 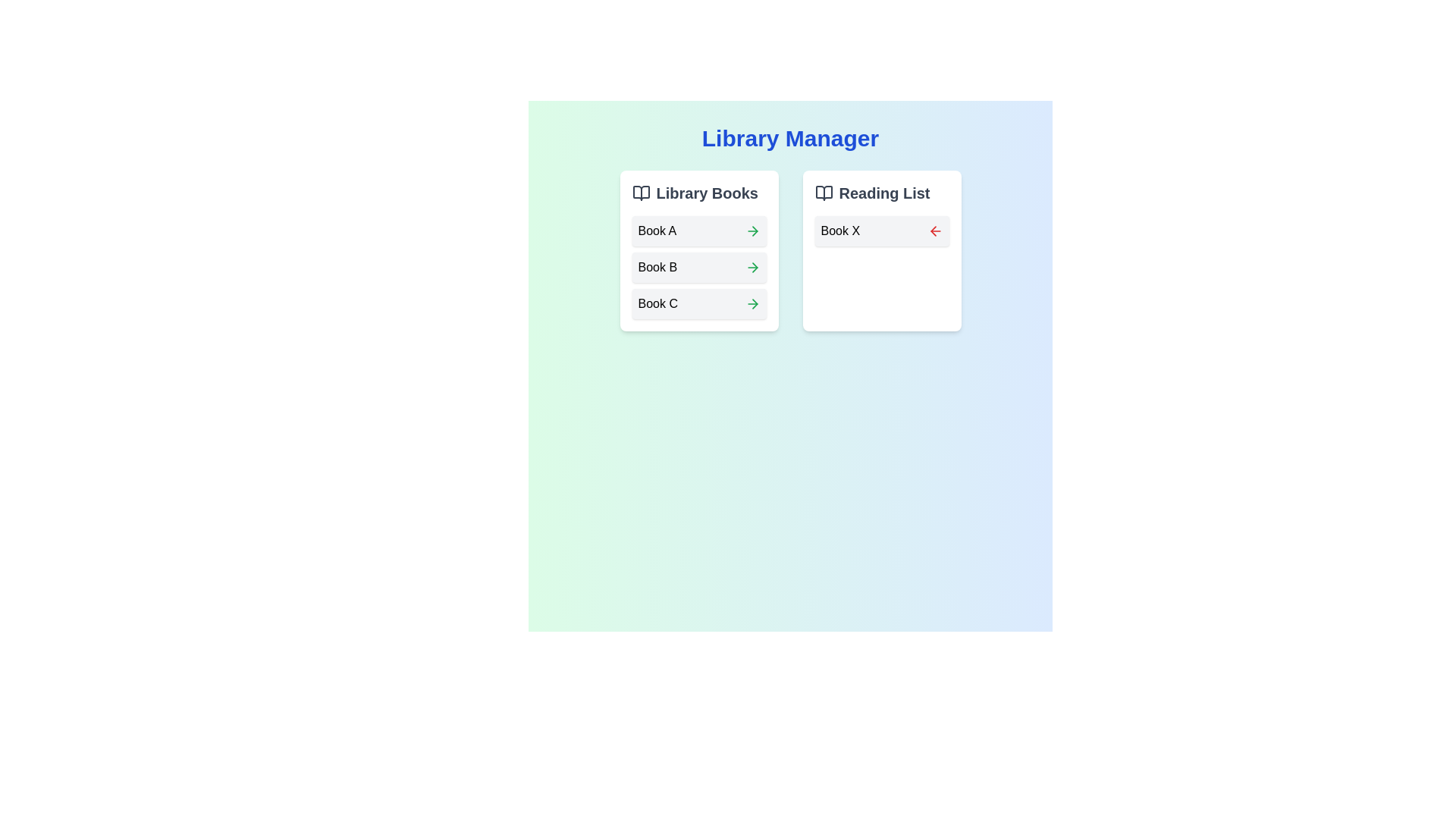 What do you see at coordinates (641, 192) in the screenshot?
I see `the book icon in the 'Library Books' section header, which features two open pages with a vertical line separating them` at bounding box center [641, 192].